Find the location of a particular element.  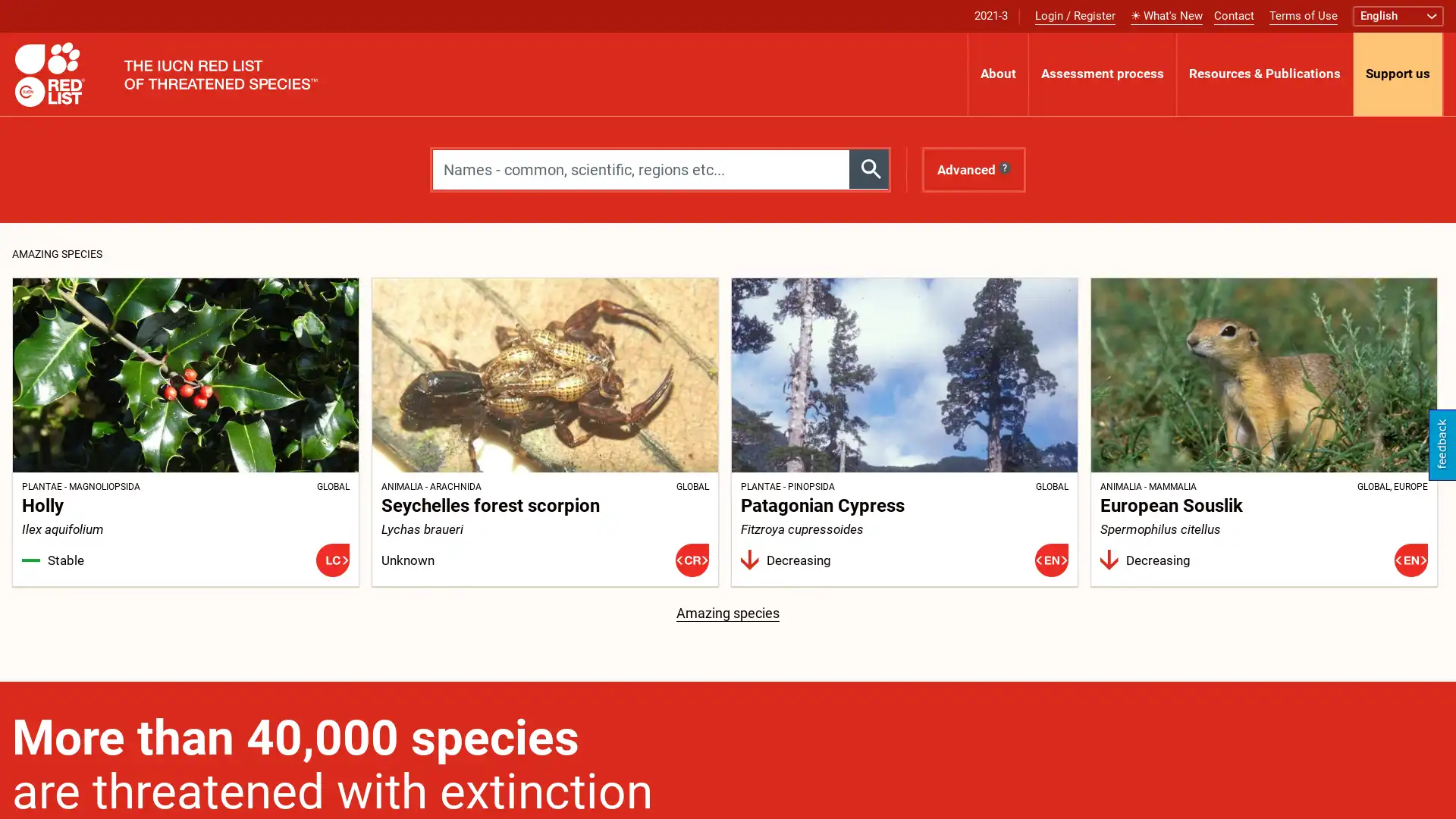

More is located at coordinates (1442, 74).